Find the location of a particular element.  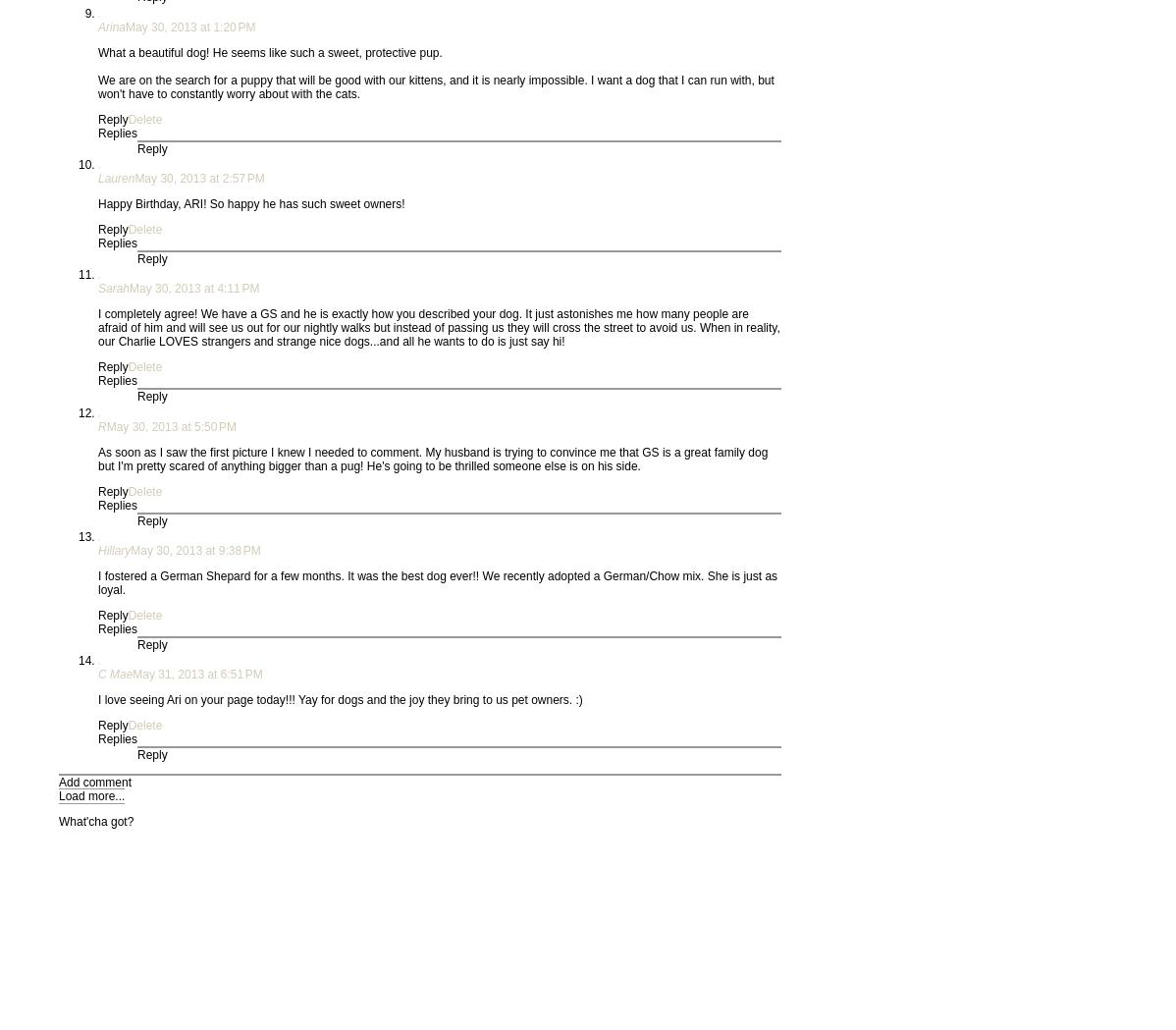

'May 30, 2013 at 2:57 PM' is located at coordinates (198, 176).